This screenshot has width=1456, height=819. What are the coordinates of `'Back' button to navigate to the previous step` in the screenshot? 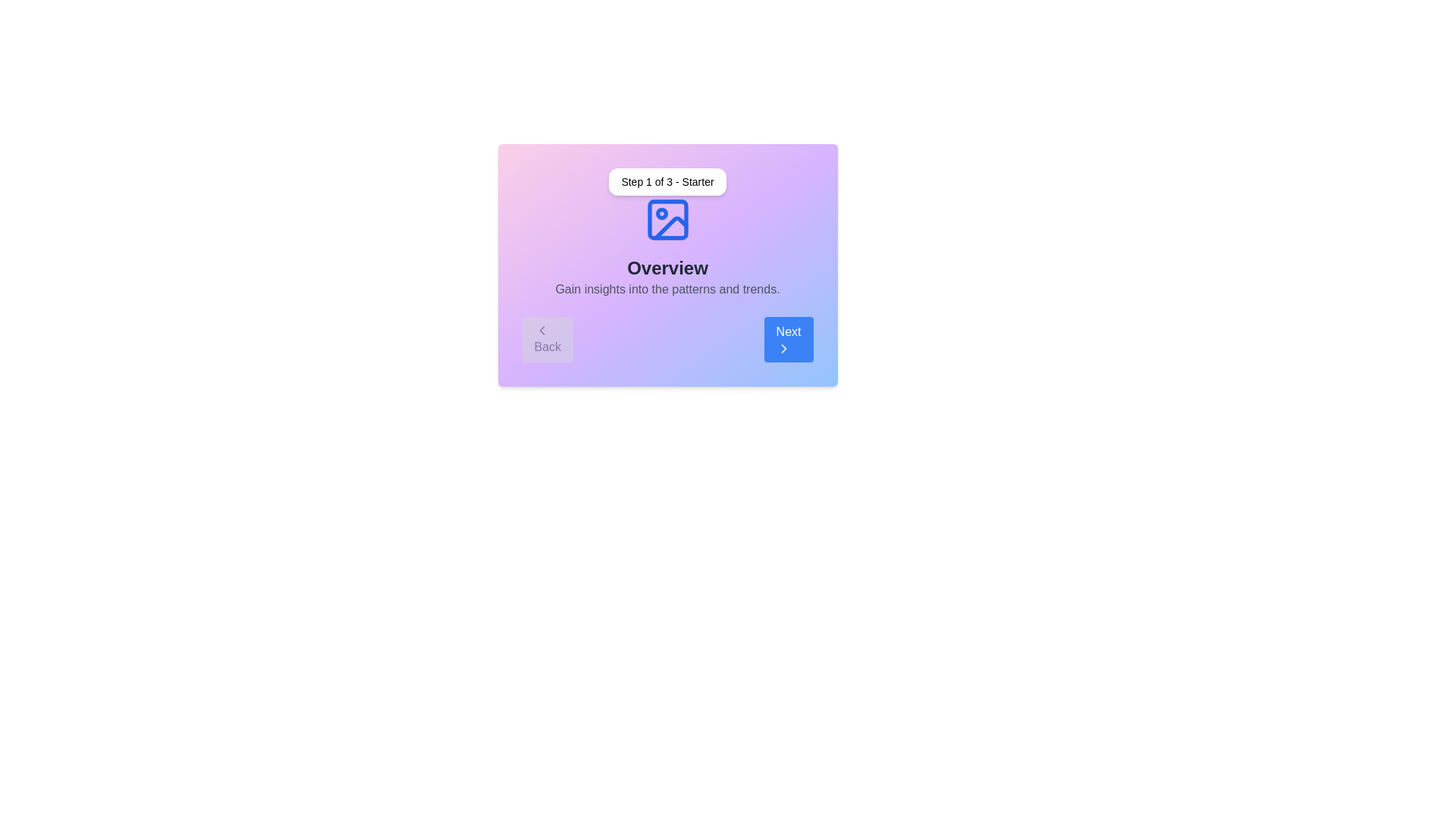 It's located at (547, 338).